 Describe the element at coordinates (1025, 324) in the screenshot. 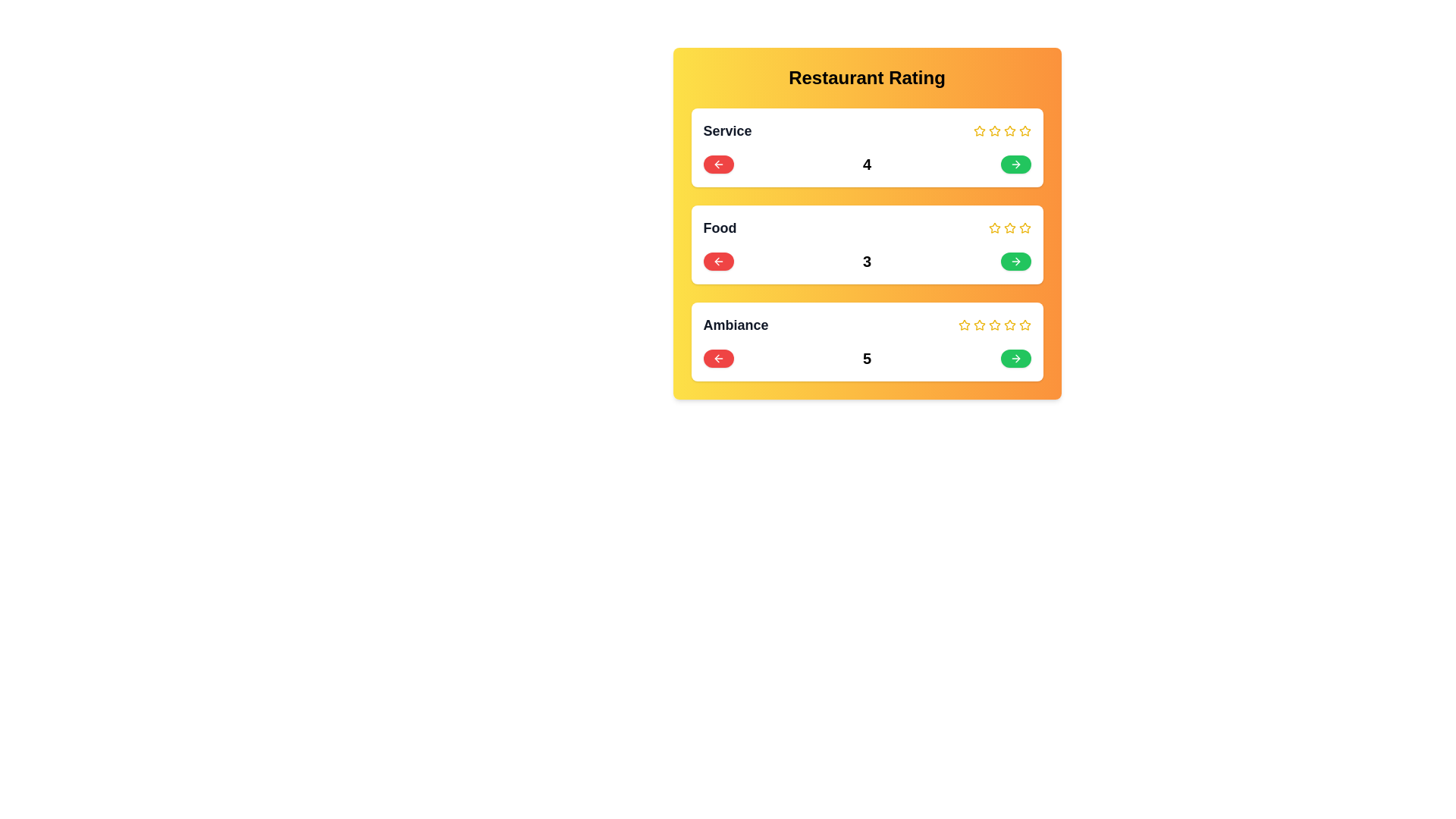

I see `the fifth interactive star icon under the 'Ambiance' section to rate it as five stars` at that location.